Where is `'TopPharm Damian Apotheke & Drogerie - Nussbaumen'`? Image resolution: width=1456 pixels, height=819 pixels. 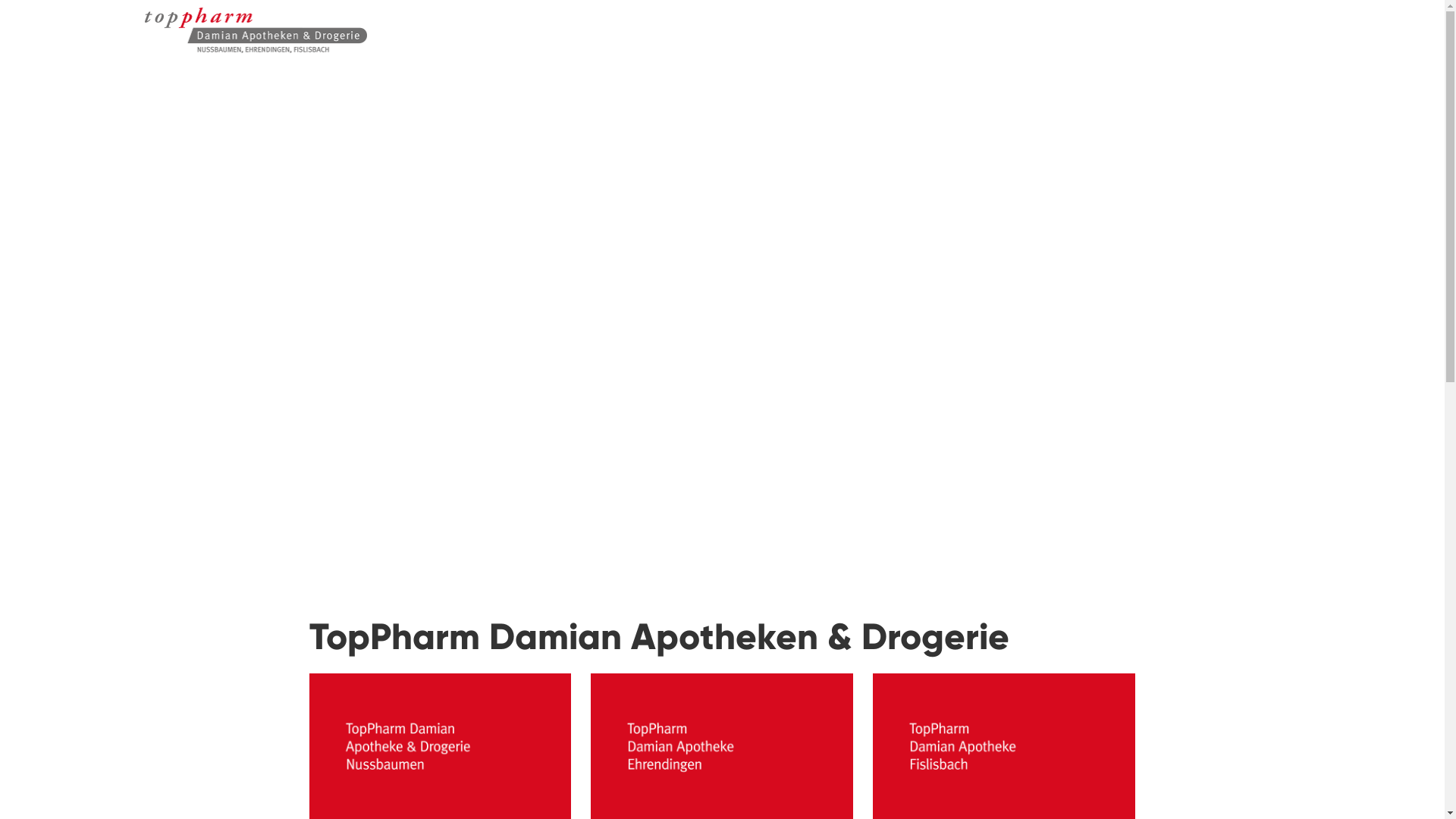
'TopPharm Damian Apotheke & Drogerie - Nussbaumen' is located at coordinates (184, 39).